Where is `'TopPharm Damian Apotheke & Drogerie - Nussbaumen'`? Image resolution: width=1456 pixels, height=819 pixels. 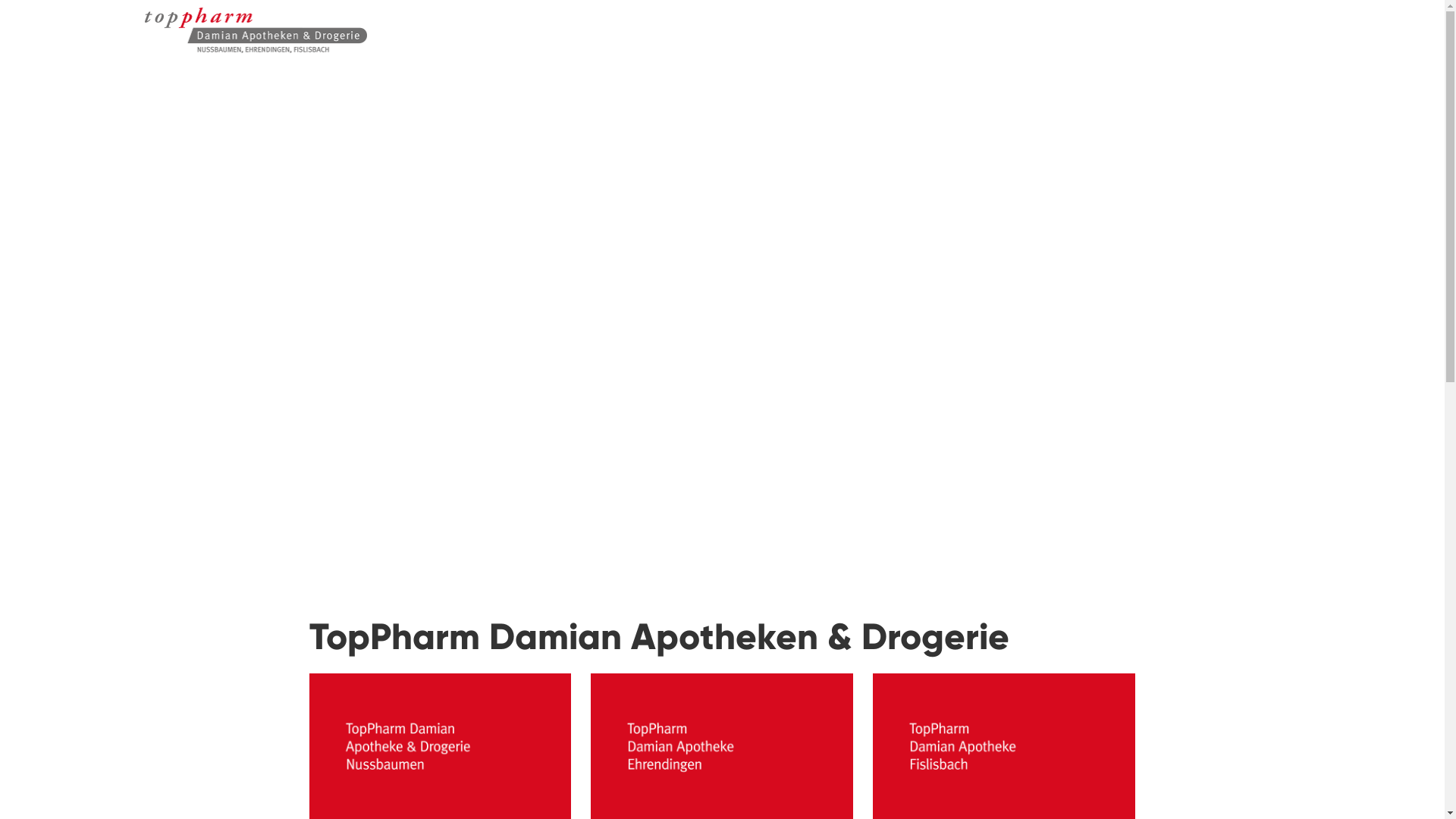
'TopPharm Damian Apotheke & Drogerie - Nussbaumen' is located at coordinates (184, 39).